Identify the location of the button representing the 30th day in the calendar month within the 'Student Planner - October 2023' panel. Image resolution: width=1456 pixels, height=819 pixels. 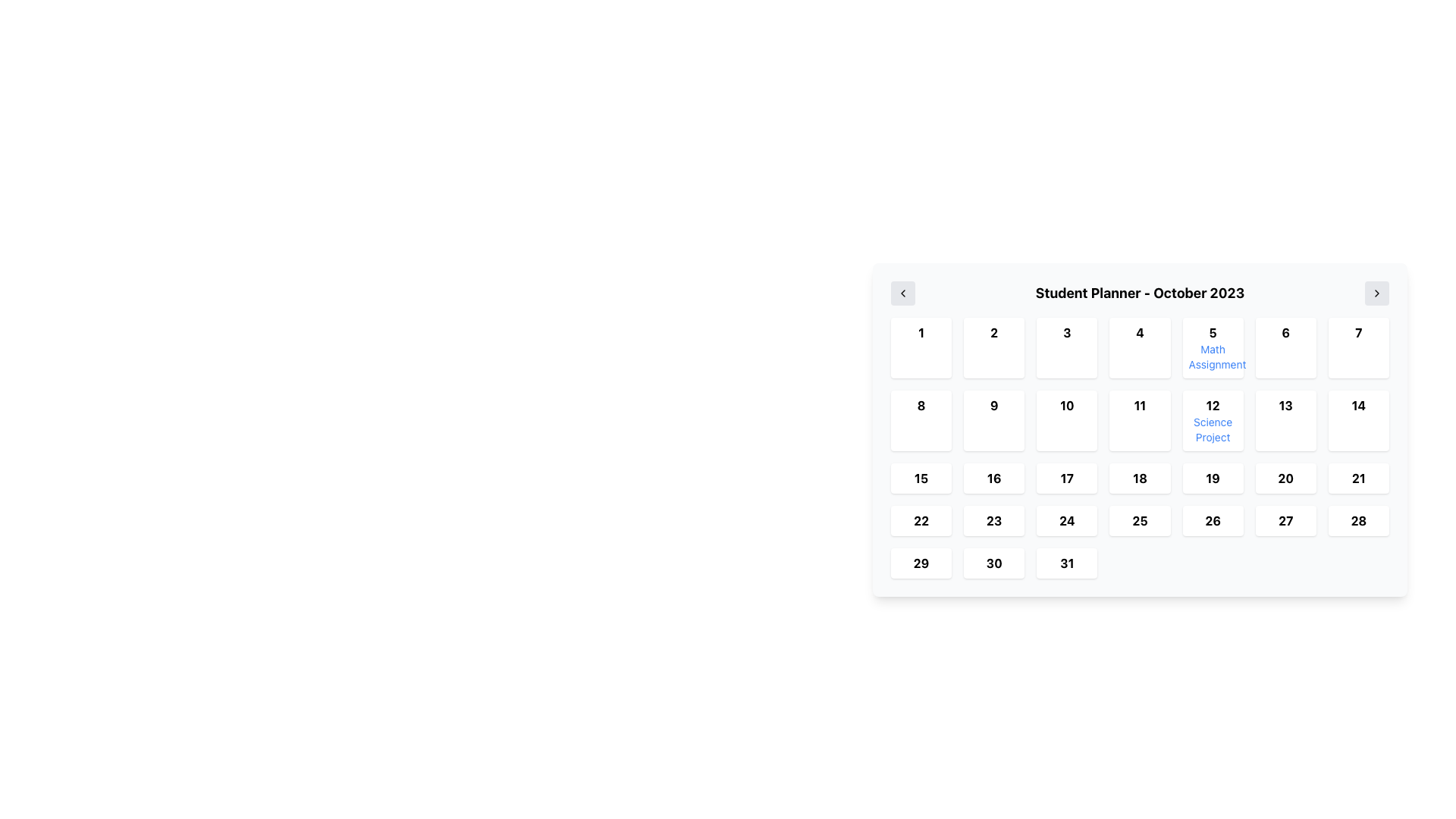
(994, 563).